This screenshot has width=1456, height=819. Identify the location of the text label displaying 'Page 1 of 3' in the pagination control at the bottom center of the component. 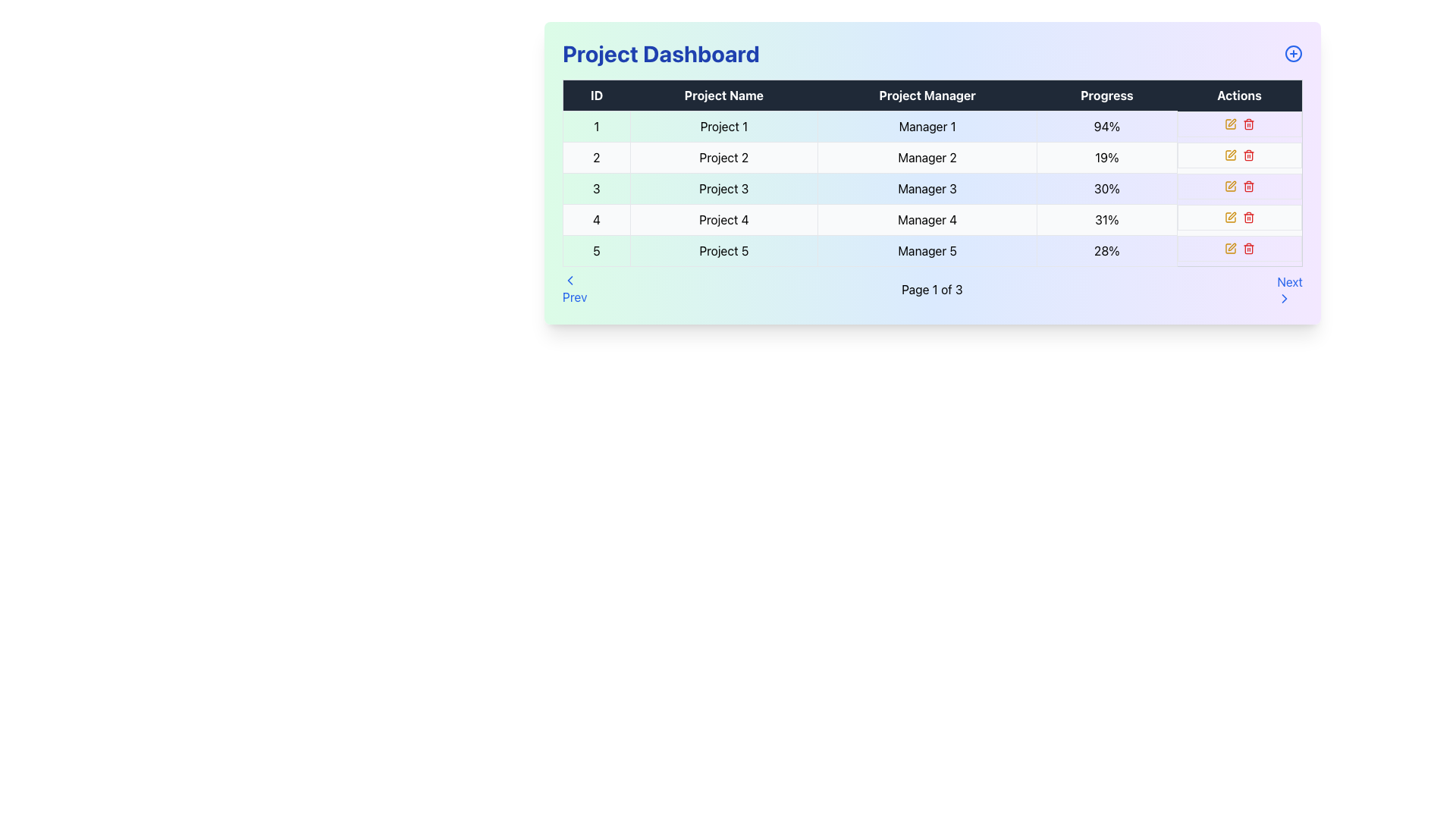
(931, 289).